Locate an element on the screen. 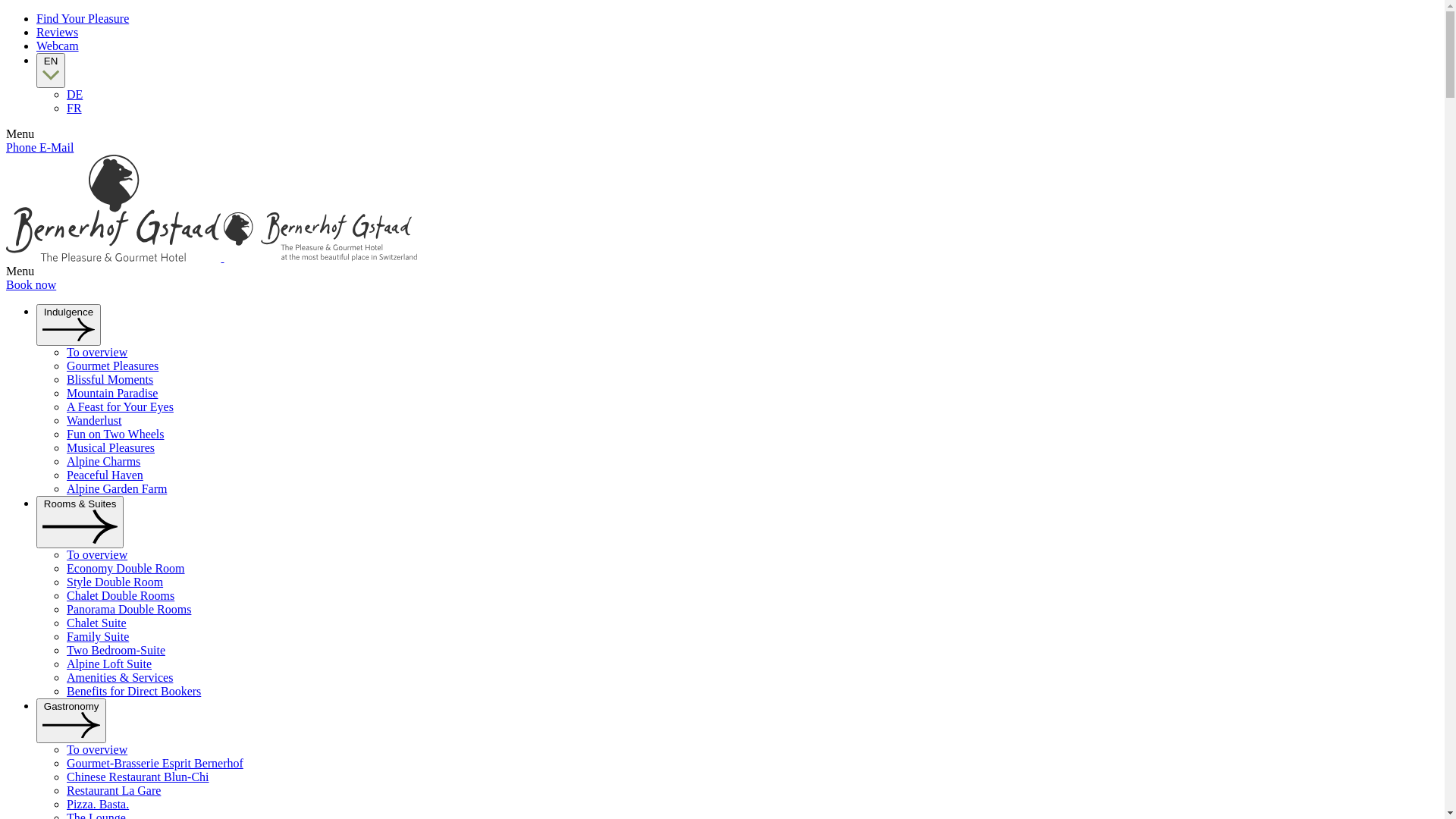 This screenshot has height=819, width=1456. 'Alpine Charms' is located at coordinates (102, 460).